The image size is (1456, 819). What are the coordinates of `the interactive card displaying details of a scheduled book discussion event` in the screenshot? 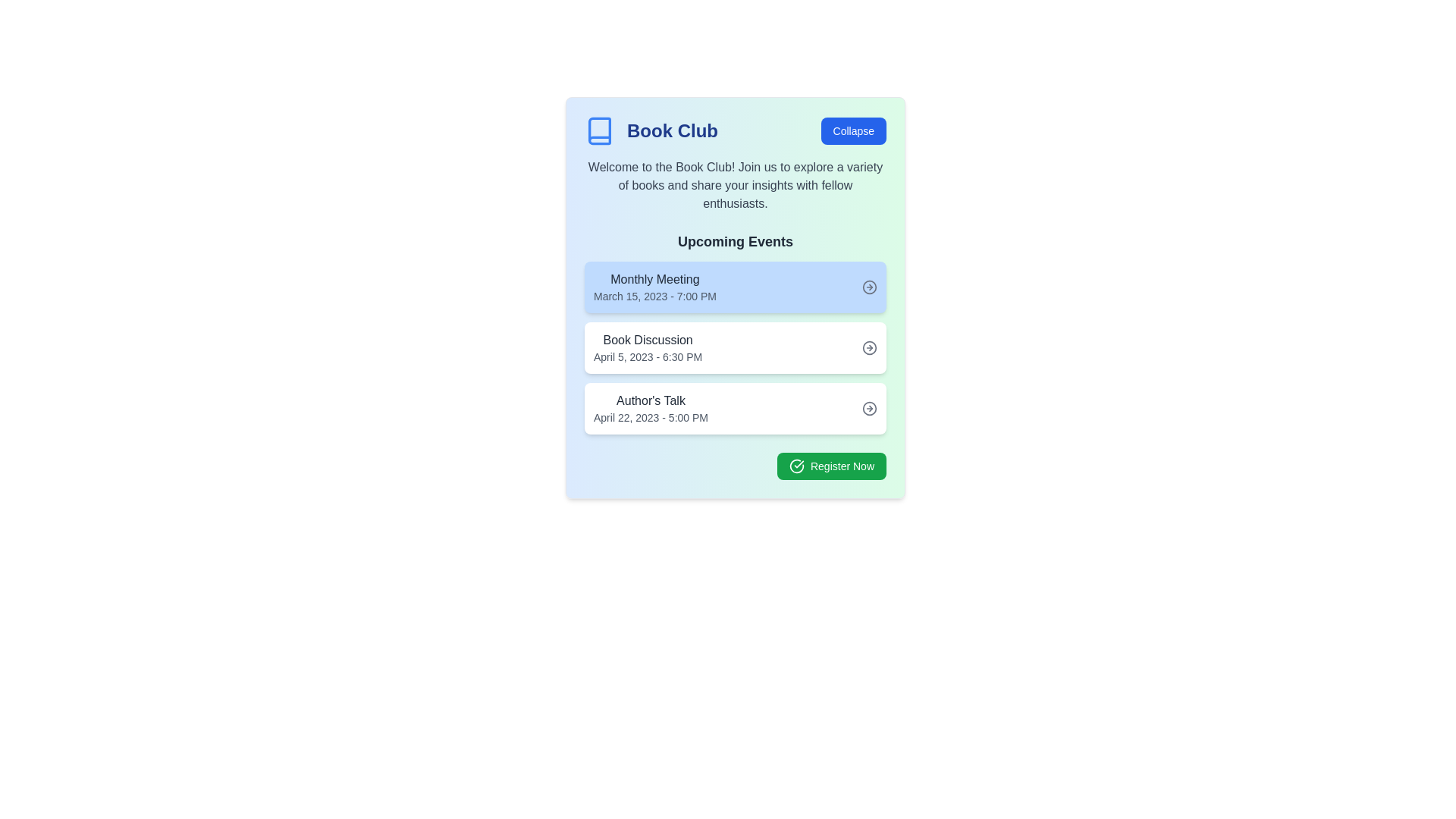 It's located at (735, 348).